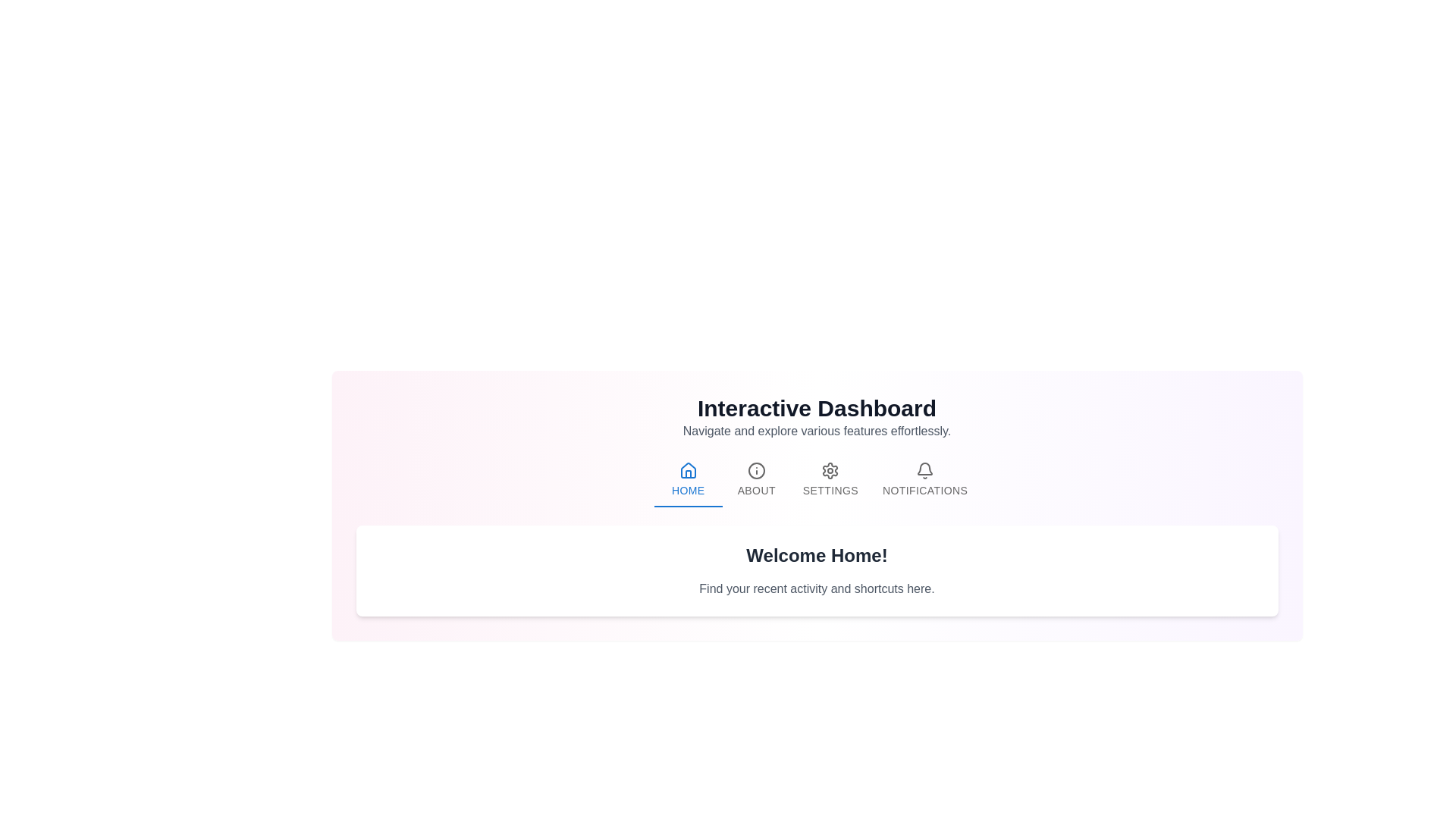 The height and width of the screenshot is (819, 1456). I want to click on the 'Interactive Dashboard' text block, which consists of a bold heading and a subheading, to trigger potential visual effects, so click(816, 418).